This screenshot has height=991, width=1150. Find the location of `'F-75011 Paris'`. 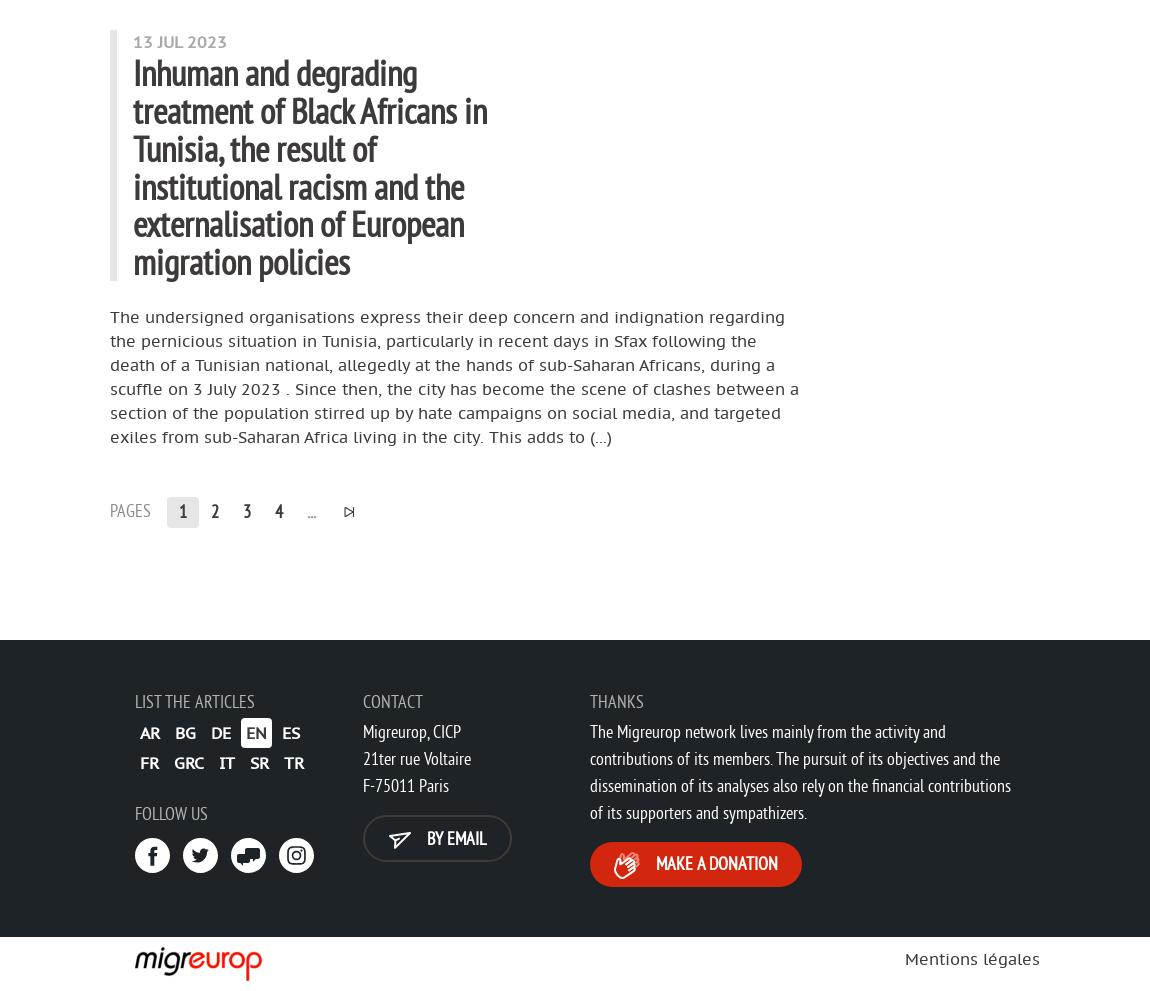

'F-75011 Paris' is located at coordinates (362, 784).